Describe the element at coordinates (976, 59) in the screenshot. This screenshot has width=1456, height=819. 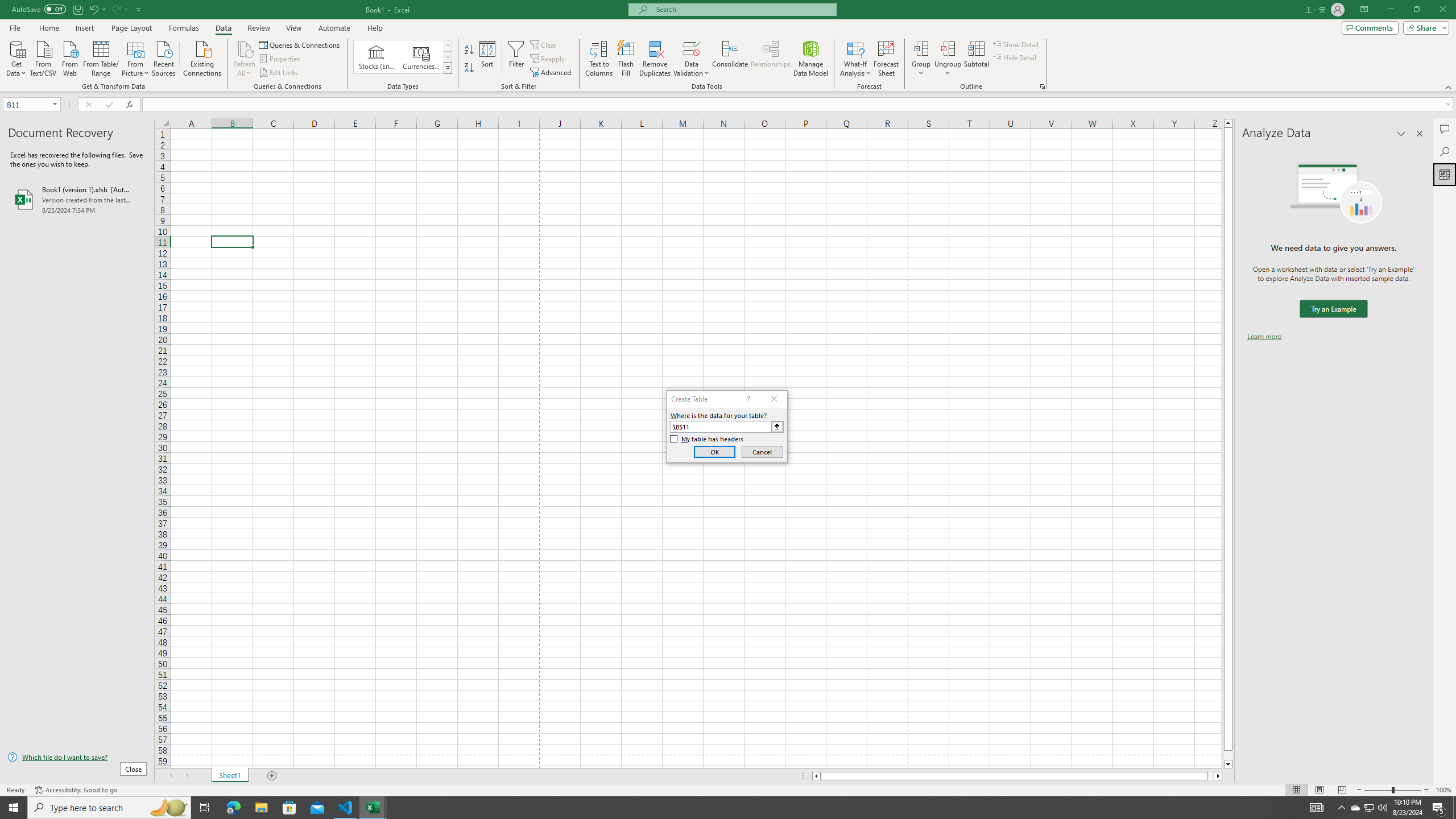
I see `'Subtotal'` at that location.